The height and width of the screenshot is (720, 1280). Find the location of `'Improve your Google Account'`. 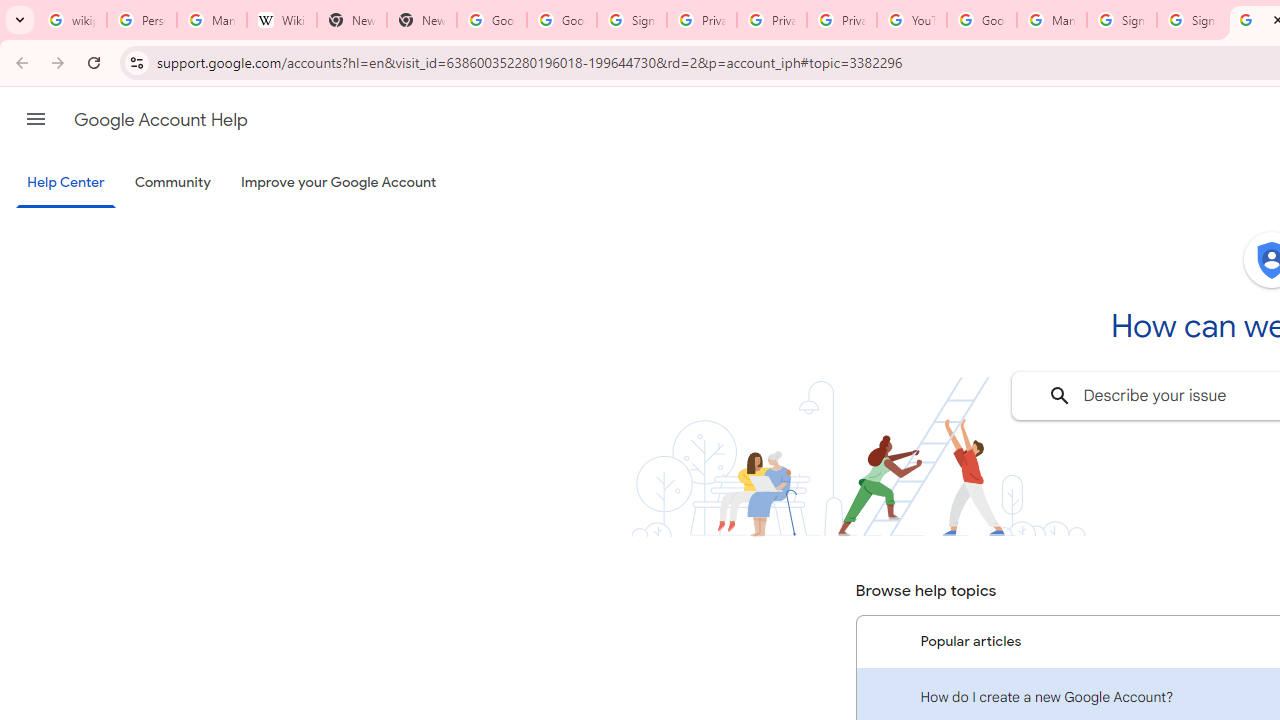

'Improve your Google Account' is located at coordinates (339, 183).